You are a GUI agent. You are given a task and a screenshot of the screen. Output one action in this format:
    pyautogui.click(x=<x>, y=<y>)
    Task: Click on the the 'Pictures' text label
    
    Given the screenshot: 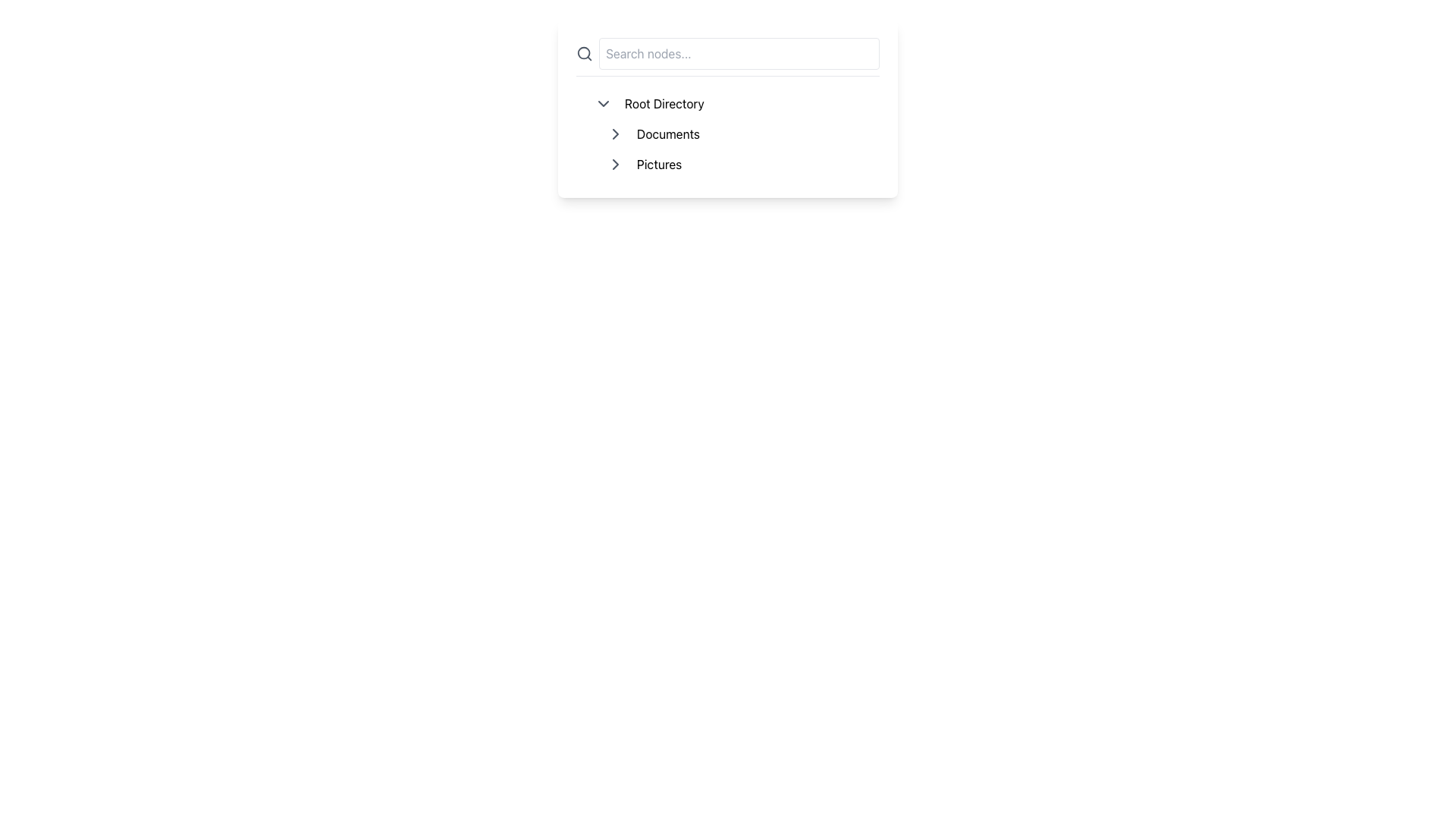 What is the action you would take?
    pyautogui.click(x=659, y=164)
    